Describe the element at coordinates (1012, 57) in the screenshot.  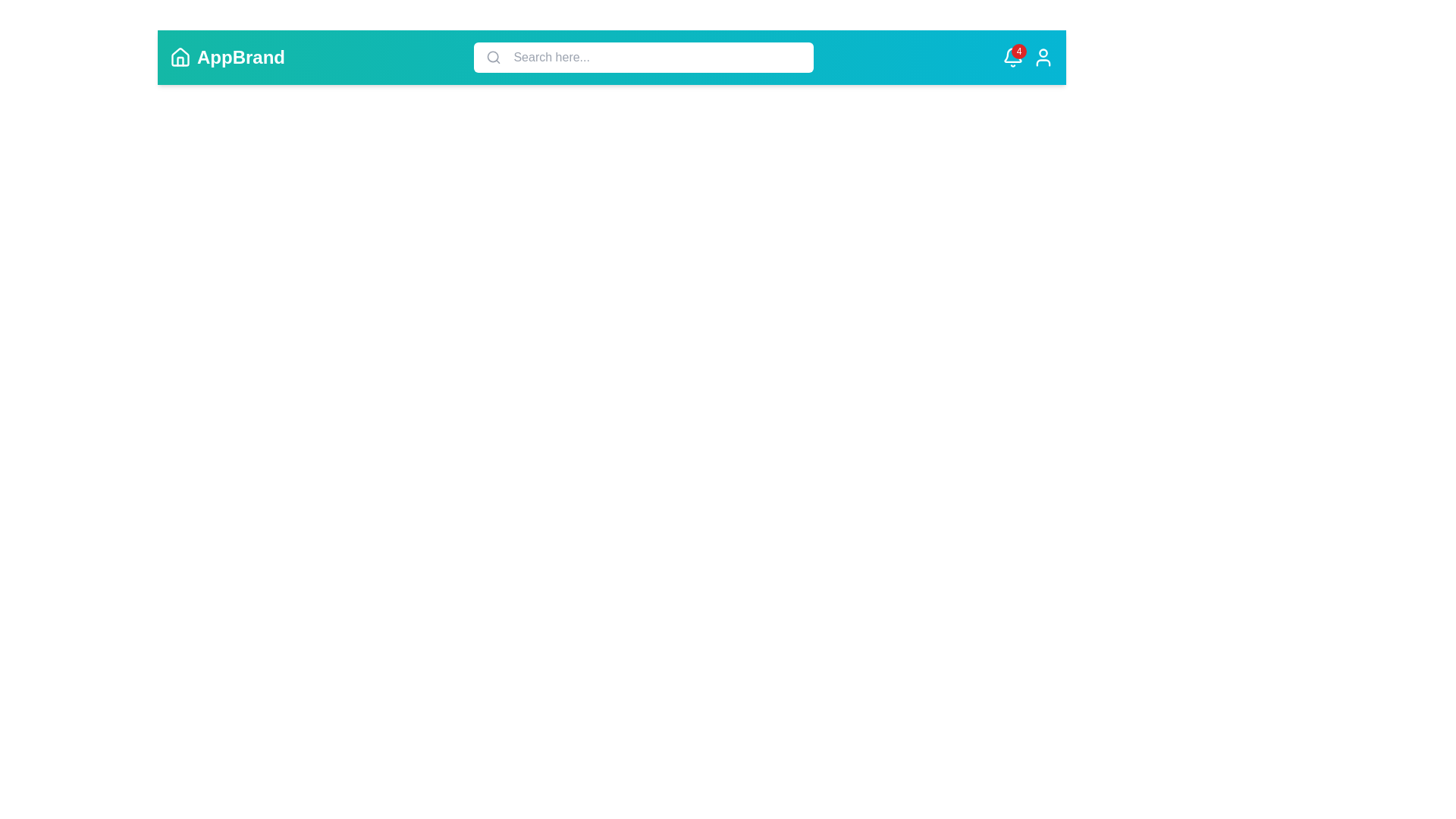
I see `the notification icon to interact with it` at that location.